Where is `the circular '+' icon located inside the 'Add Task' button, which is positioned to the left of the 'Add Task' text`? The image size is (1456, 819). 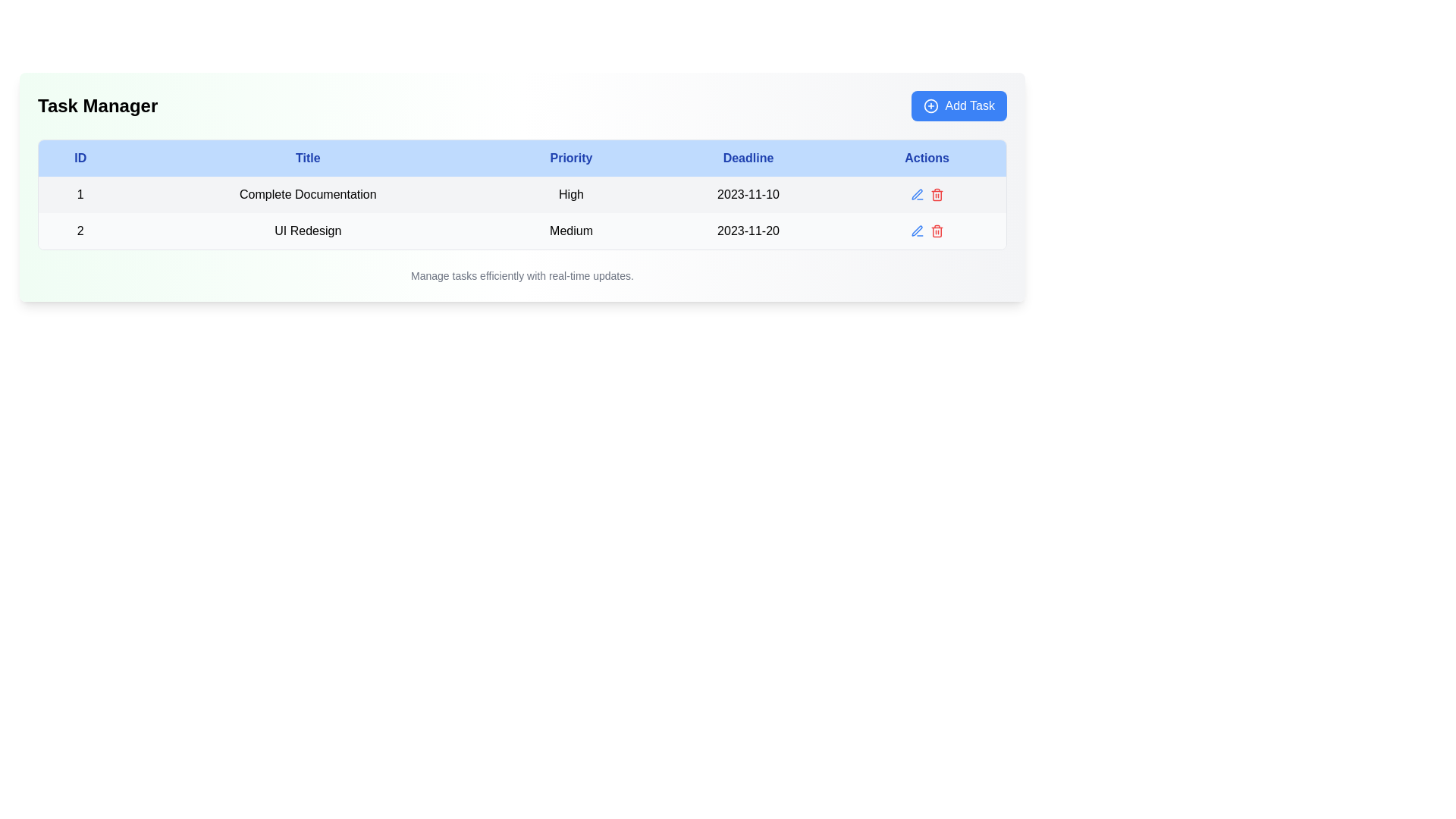
the circular '+' icon located inside the 'Add Task' button, which is positioned to the left of the 'Add Task' text is located at coordinates (930, 105).